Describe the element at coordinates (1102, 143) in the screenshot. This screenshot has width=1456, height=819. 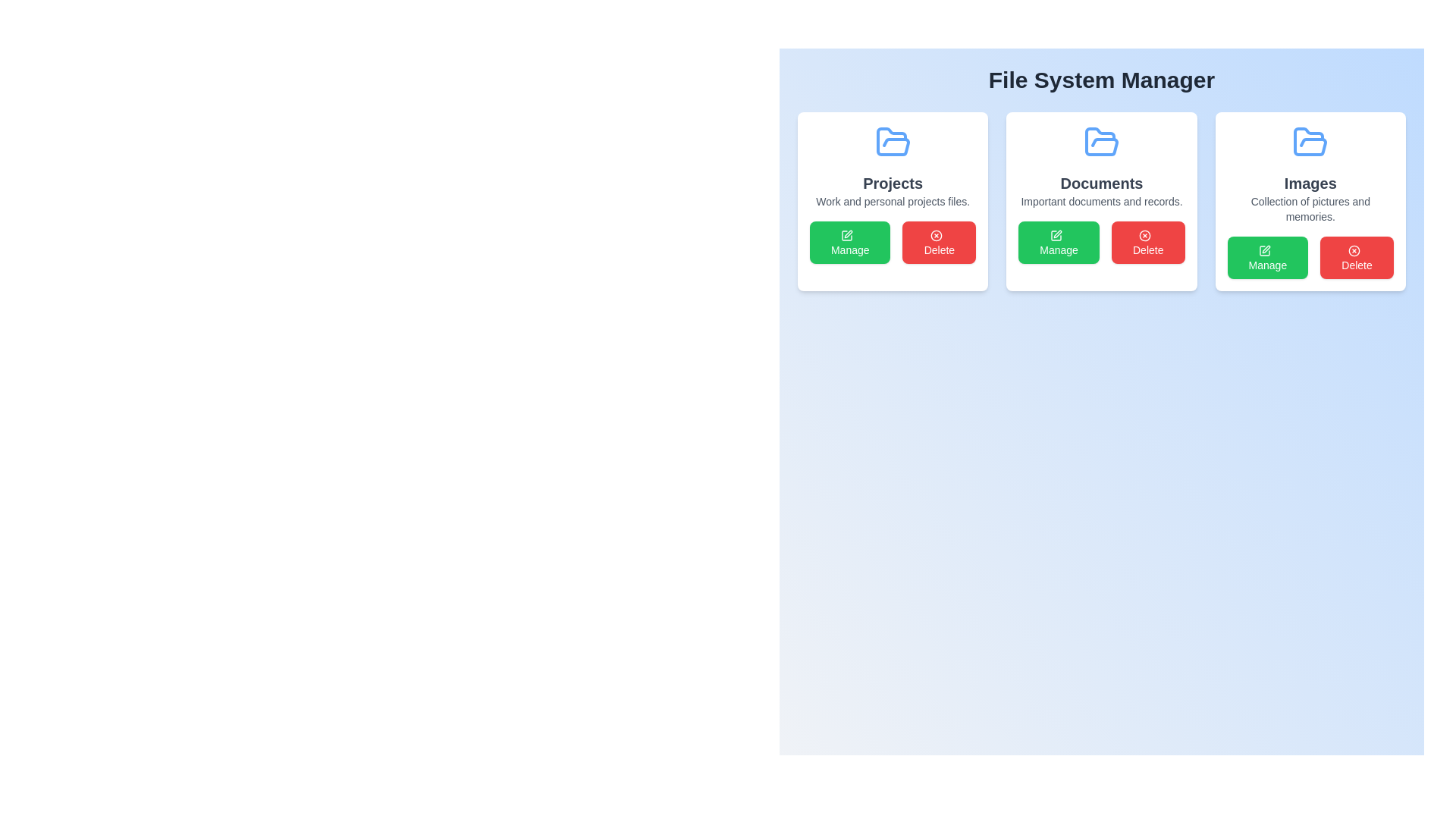
I see `the 'Documents' icon in the application interface, which serves as the visual indicator for the Documents section` at that location.